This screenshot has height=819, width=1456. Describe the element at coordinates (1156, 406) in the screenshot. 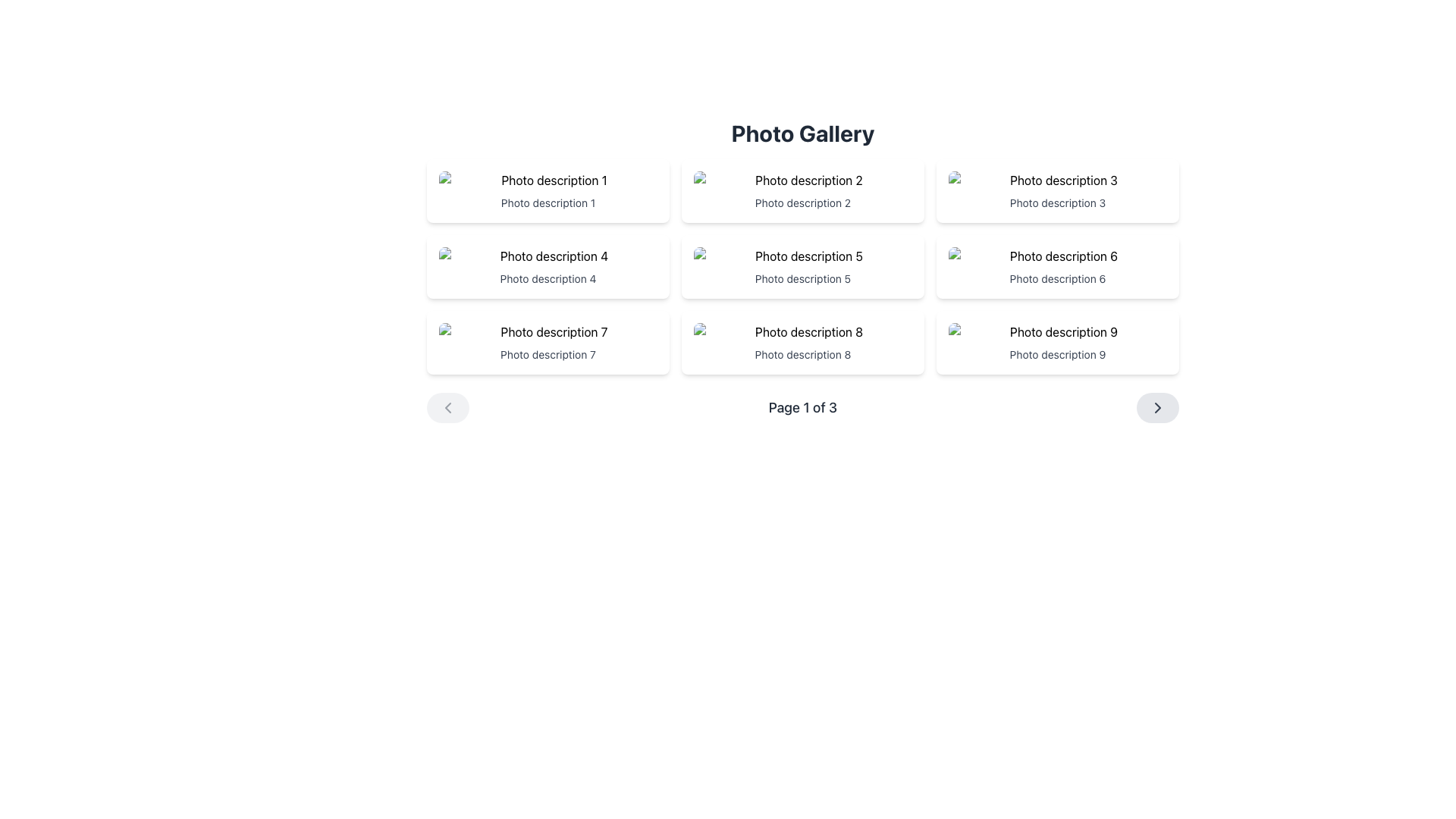

I see `the 'Next Page' button located on the right side of the pagination bar below the gallery` at that location.